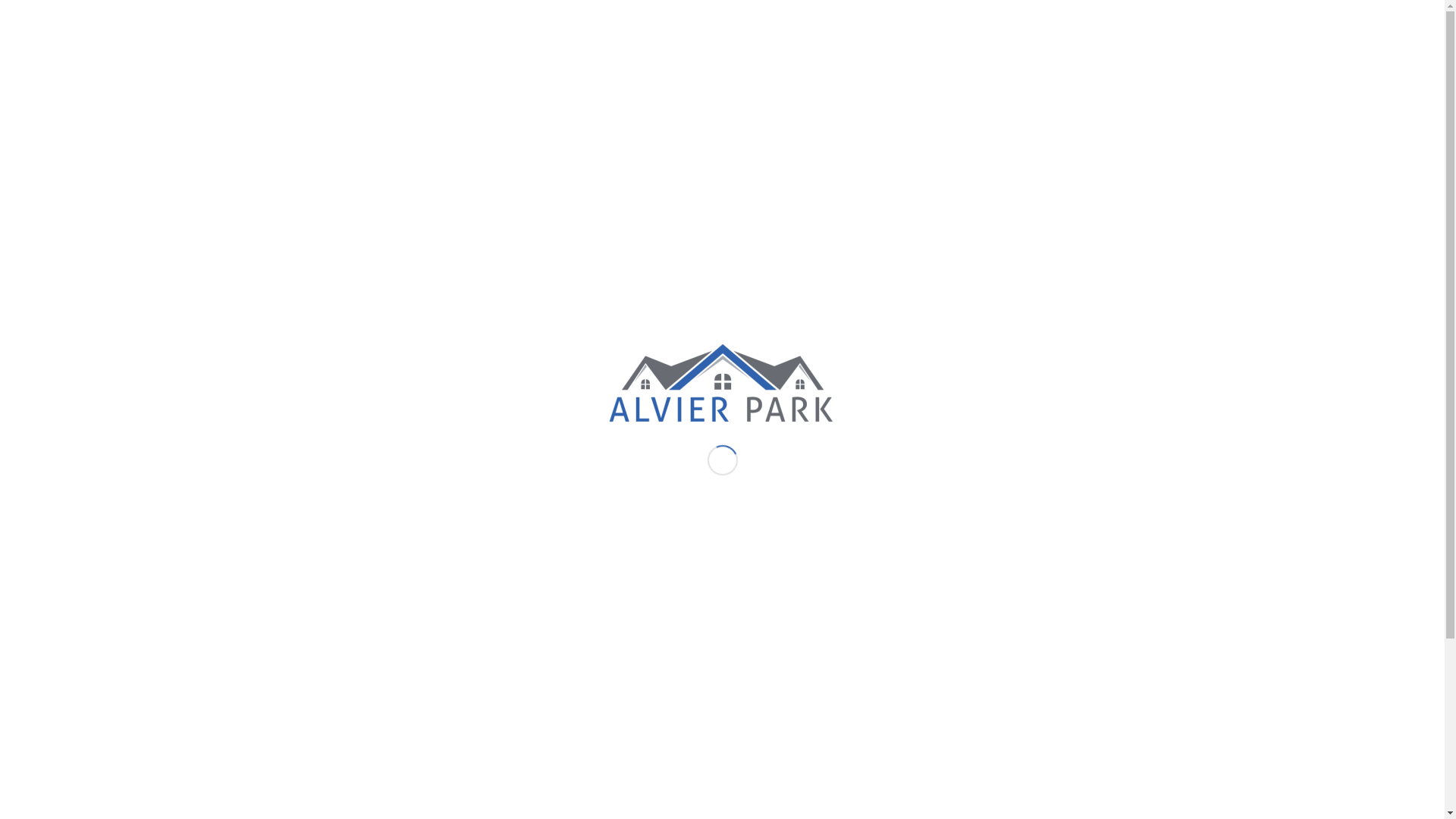 This screenshot has height=819, width=1456. What do you see at coordinates (967, 55) in the screenshot?
I see `'Impressionen'` at bounding box center [967, 55].